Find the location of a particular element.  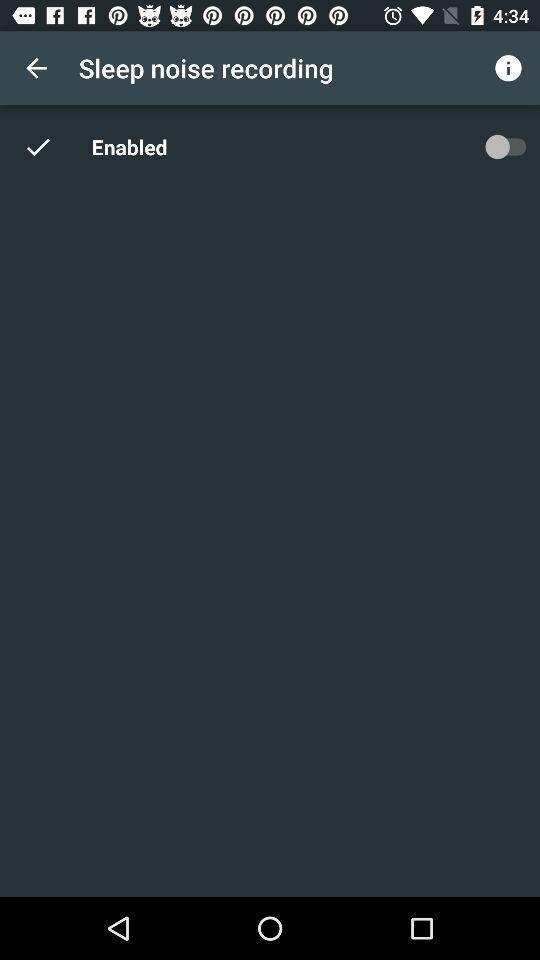

app to the right of the sleep noise recording item is located at coordinates (508, 68).